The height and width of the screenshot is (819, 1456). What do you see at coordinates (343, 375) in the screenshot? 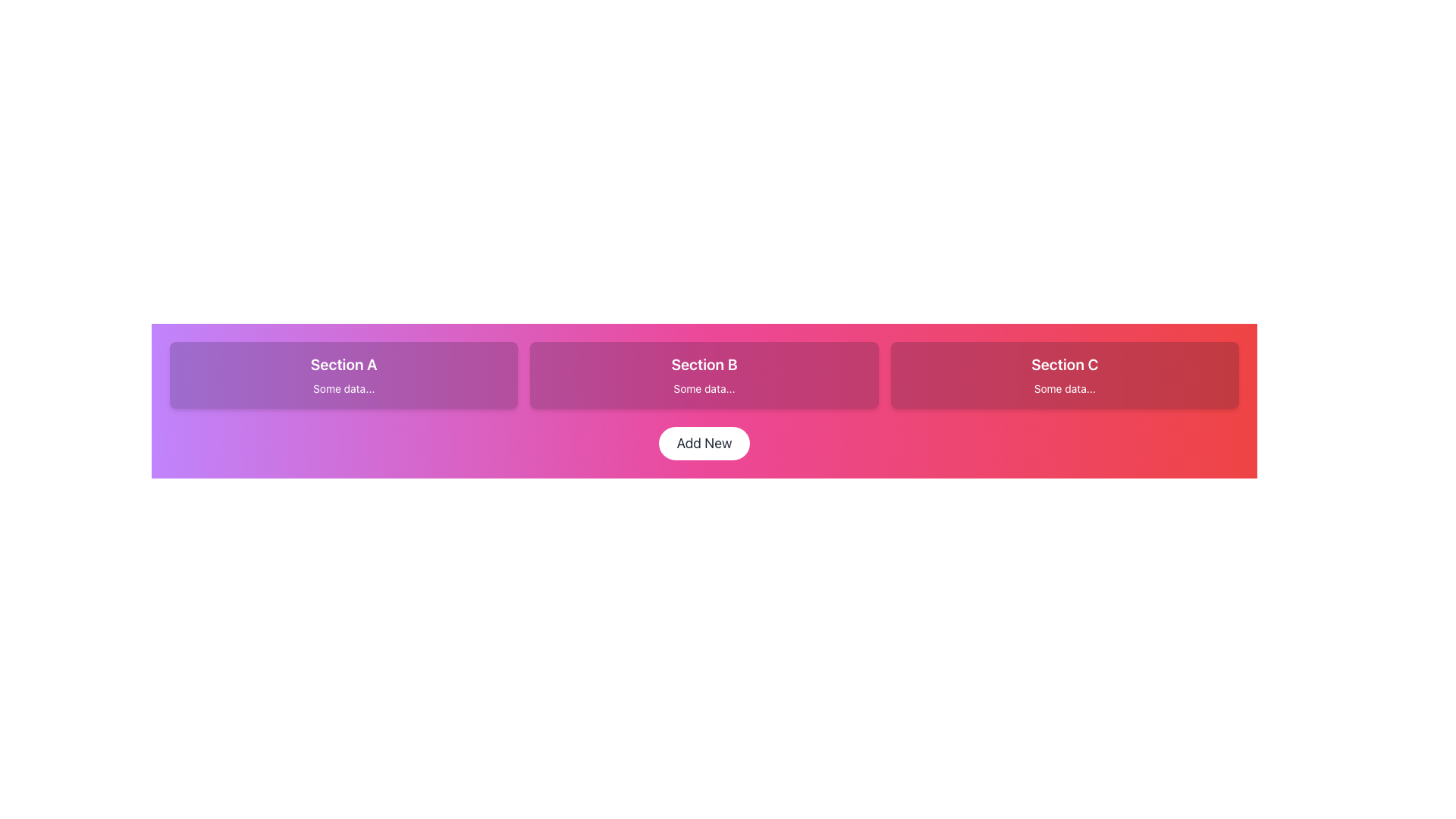
I see `the 'Section A' Card element, which has a gradient background from purple to pink and displays the text 'Section A' in bold and 'Some data...' in smaller font` at bounding box center [343, 375].